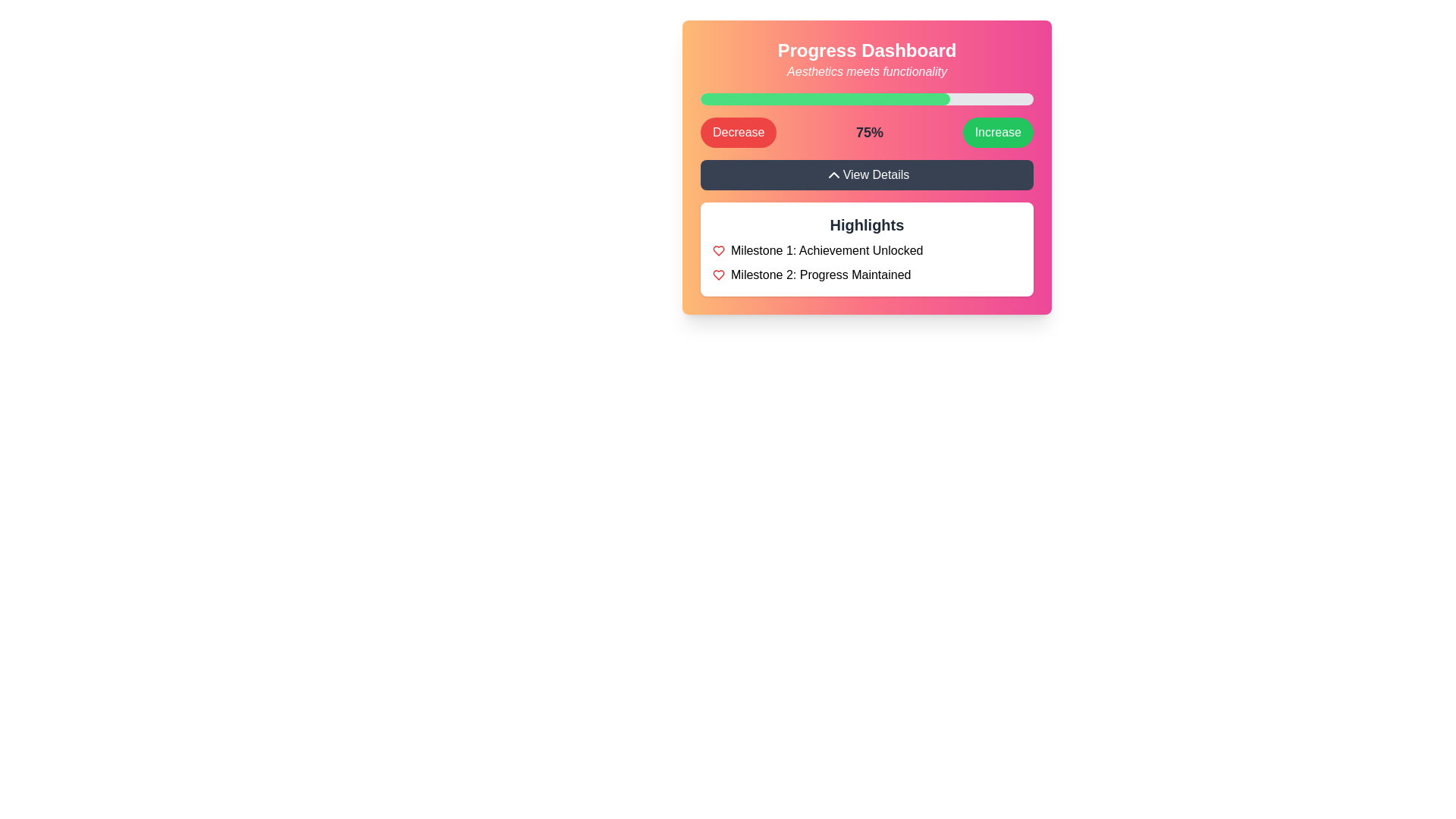  What do you see at coordinates (867, 275) in the screenshot?
I see `the text section stating 'Milestone 2: Progress Maintained' with a red heart icon, located in the 'Highlights' section below the main content area` at bounding box center [867, 275].